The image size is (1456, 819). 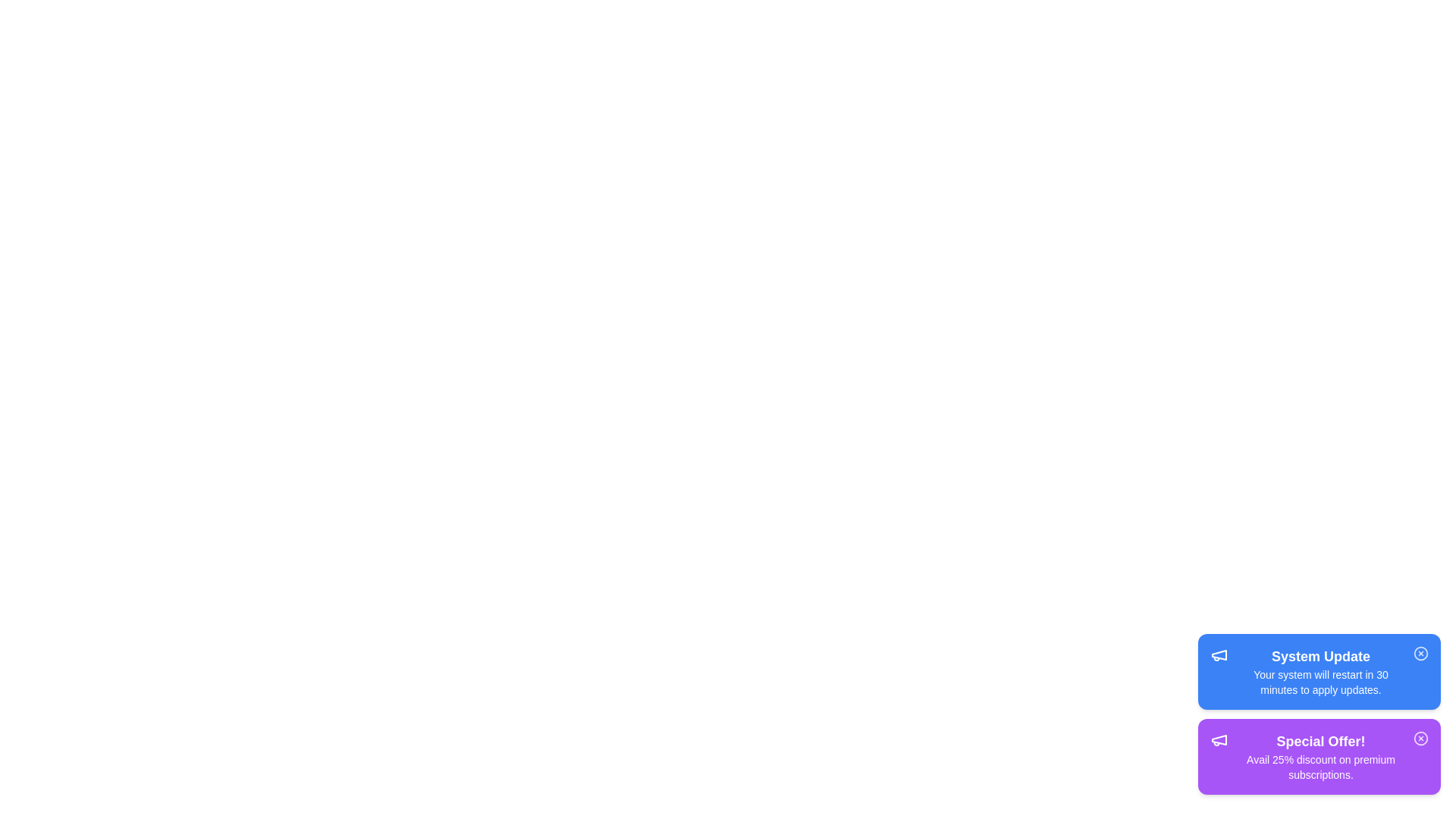 I want to click on the notification card to read its content, so click(x=1318, y=671).